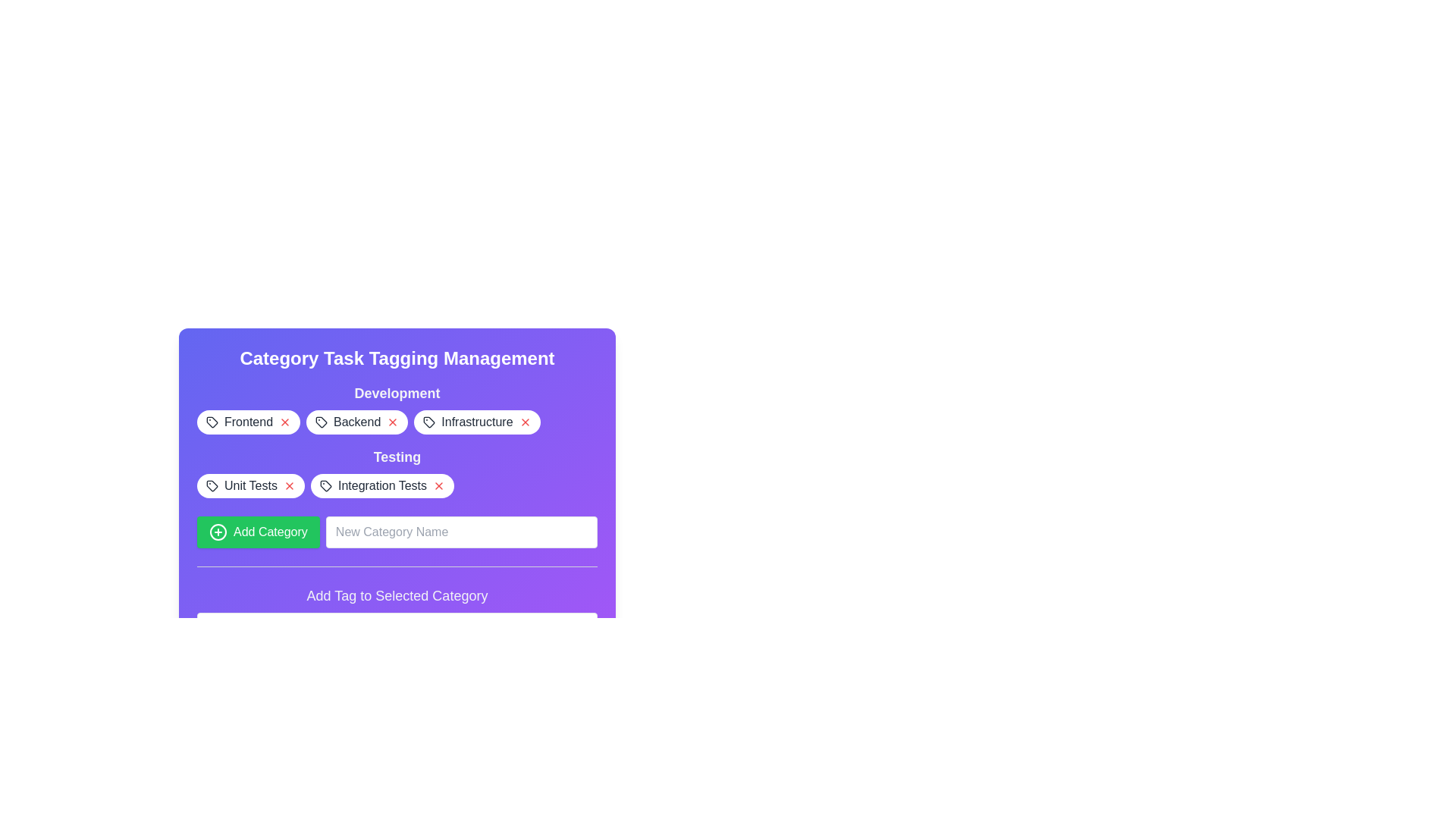 This screenshot has height=819, width=1456. Describe the element at coordinates (211, 422) in the screenshot. I see `the vector icon resembling a tag, which is part of the 'Frontend' label in the 'Category Task Tagging Management' interface` at that location.